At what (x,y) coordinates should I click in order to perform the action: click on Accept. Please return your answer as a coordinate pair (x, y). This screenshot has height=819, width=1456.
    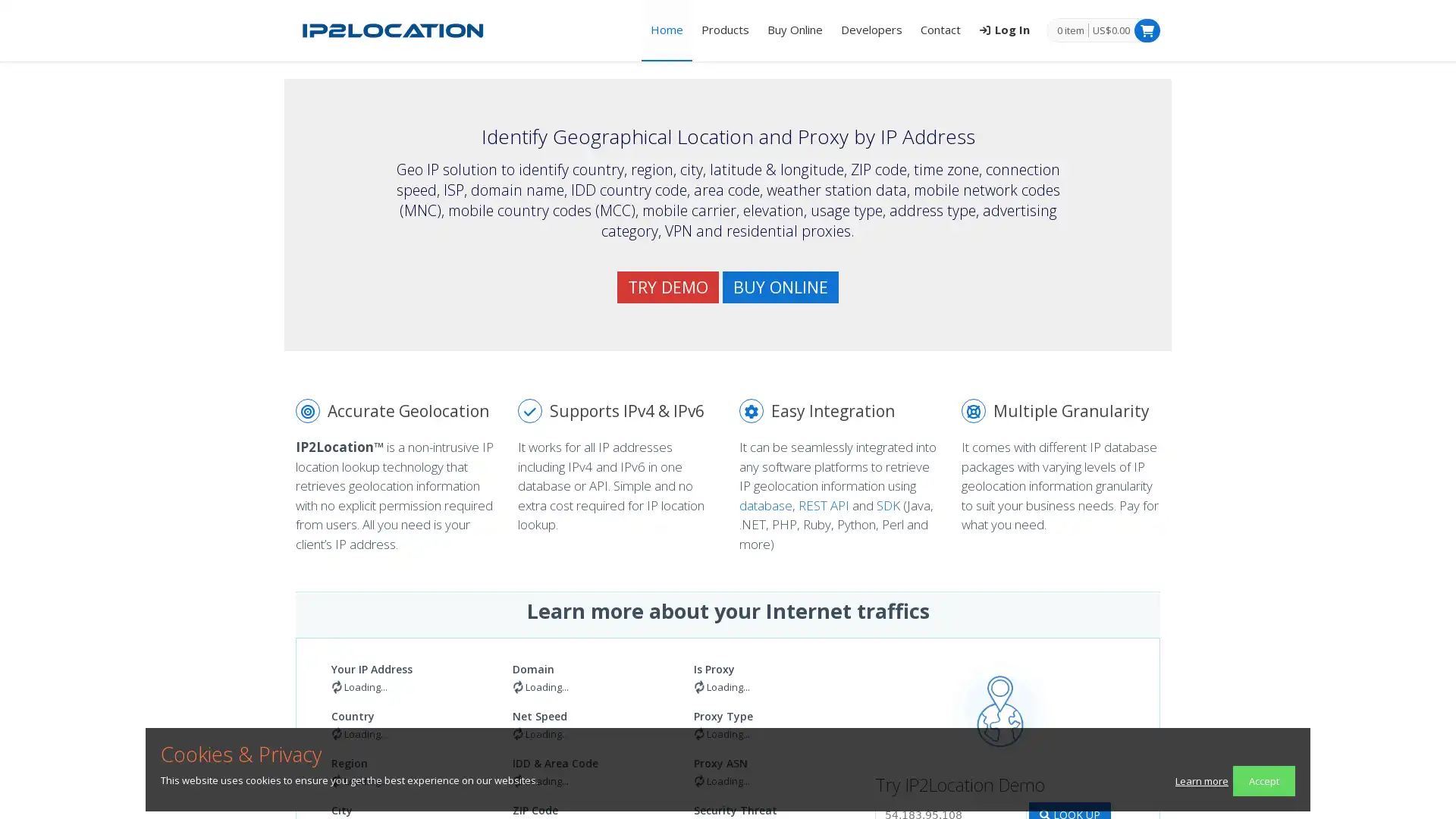
    Looking at the image, I should click on (1263, 780).